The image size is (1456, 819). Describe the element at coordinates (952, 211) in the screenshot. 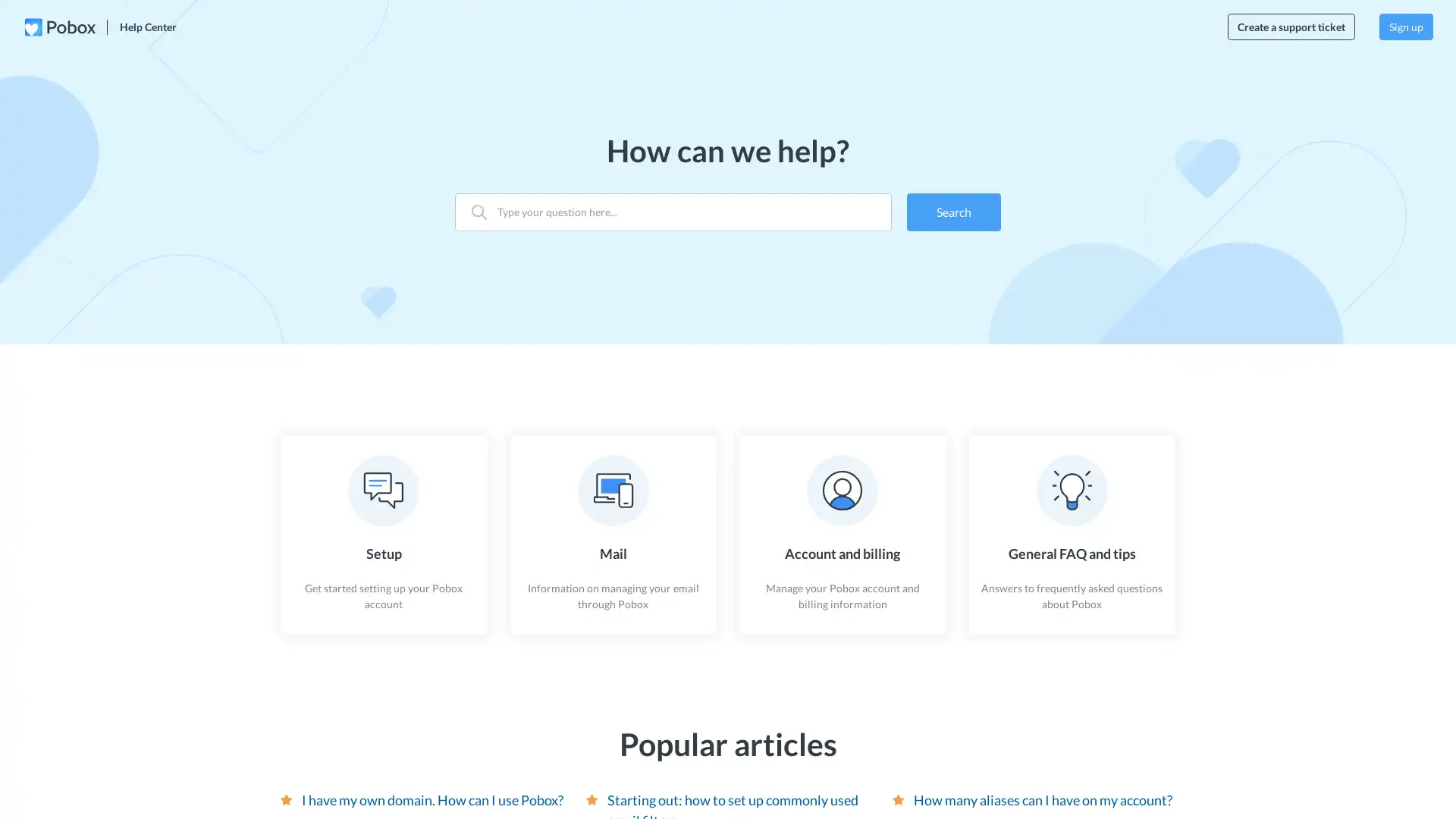

I see `Search` at that location.